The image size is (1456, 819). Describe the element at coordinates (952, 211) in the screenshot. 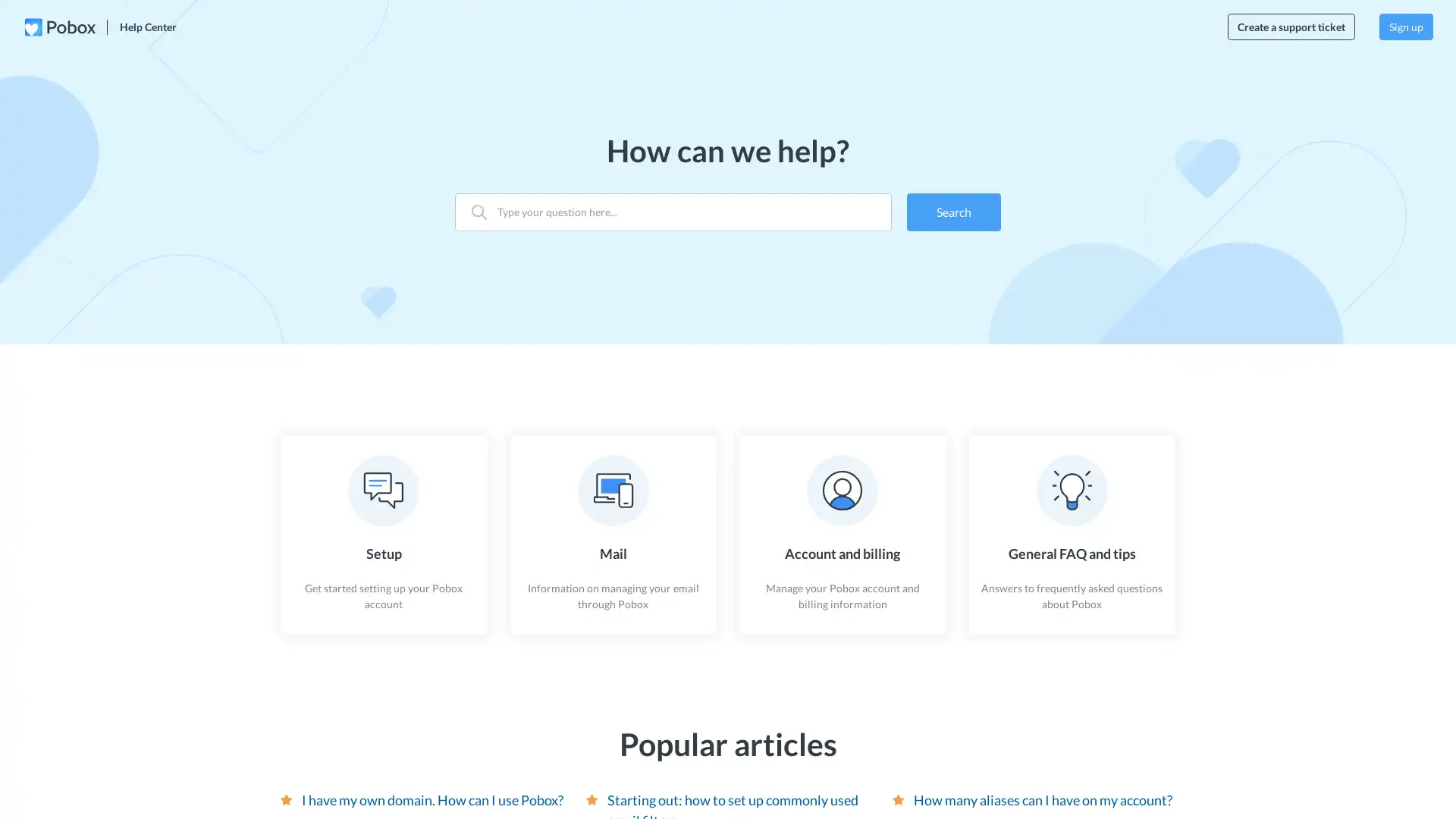

I see `Search` at that location.